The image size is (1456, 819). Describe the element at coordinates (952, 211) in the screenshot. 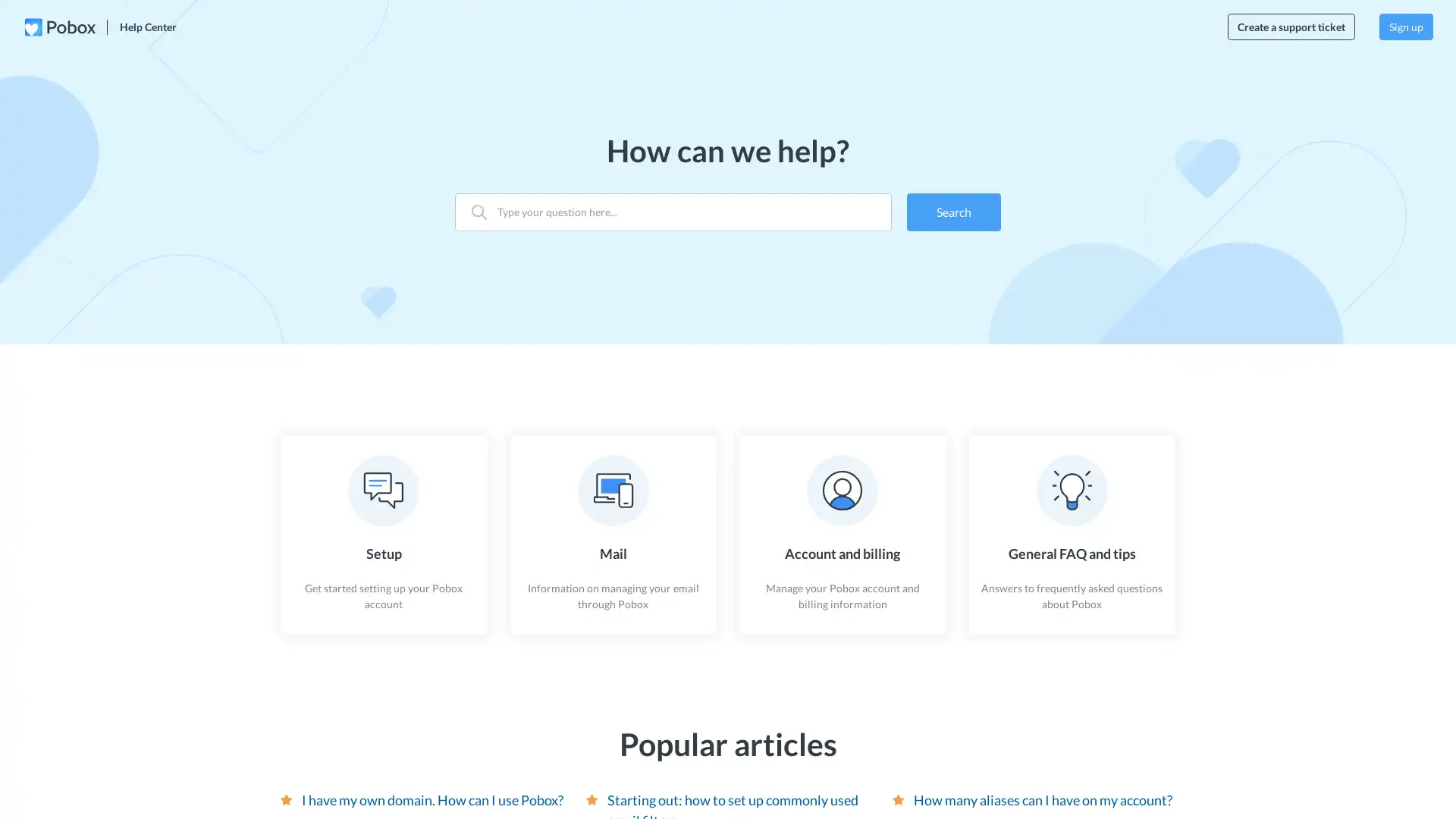

I see `Search` at that location.